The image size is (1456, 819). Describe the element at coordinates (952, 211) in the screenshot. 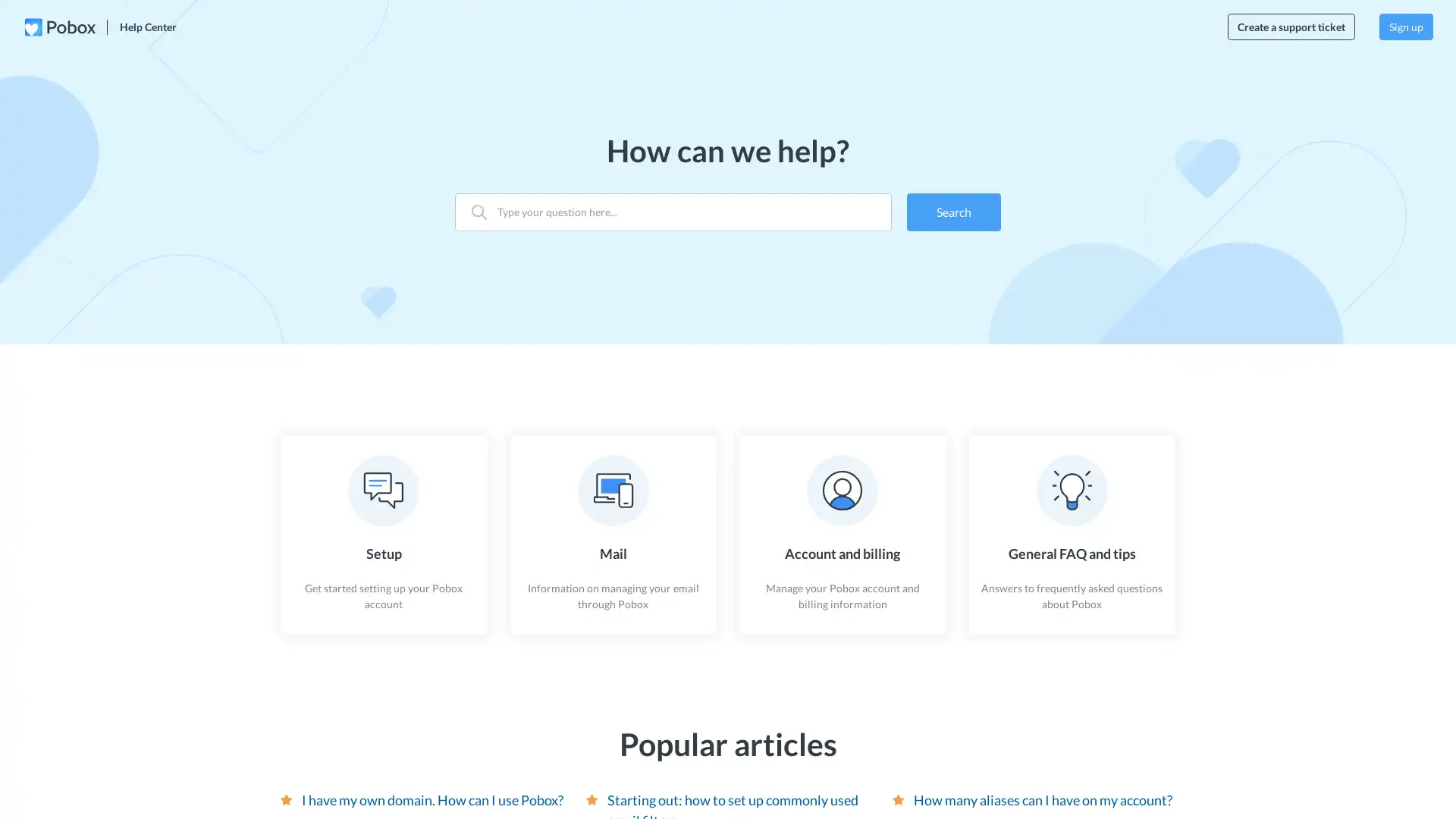

I see `Search` at that location.